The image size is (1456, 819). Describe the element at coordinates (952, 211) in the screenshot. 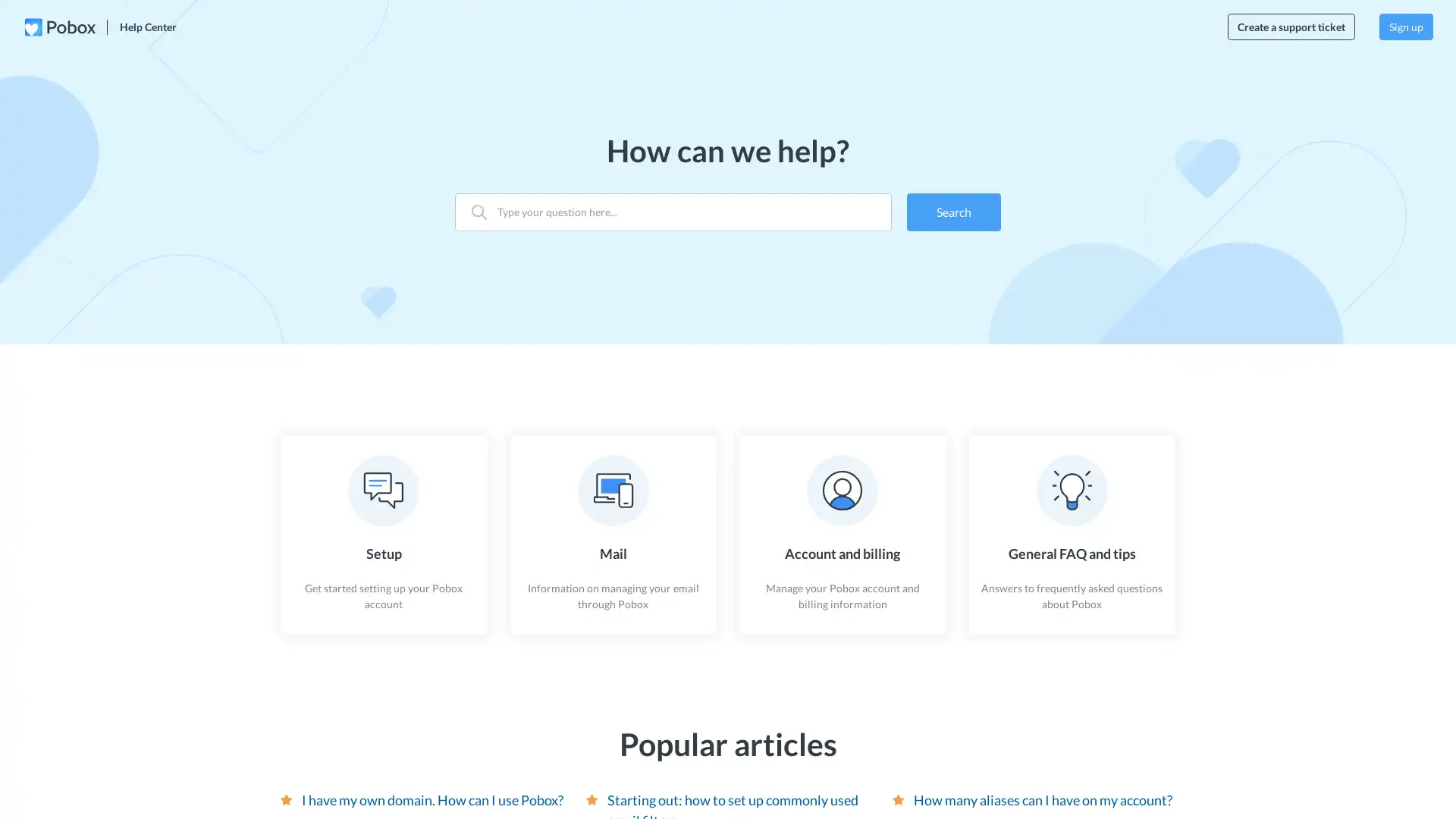

I see `Search` at that location.